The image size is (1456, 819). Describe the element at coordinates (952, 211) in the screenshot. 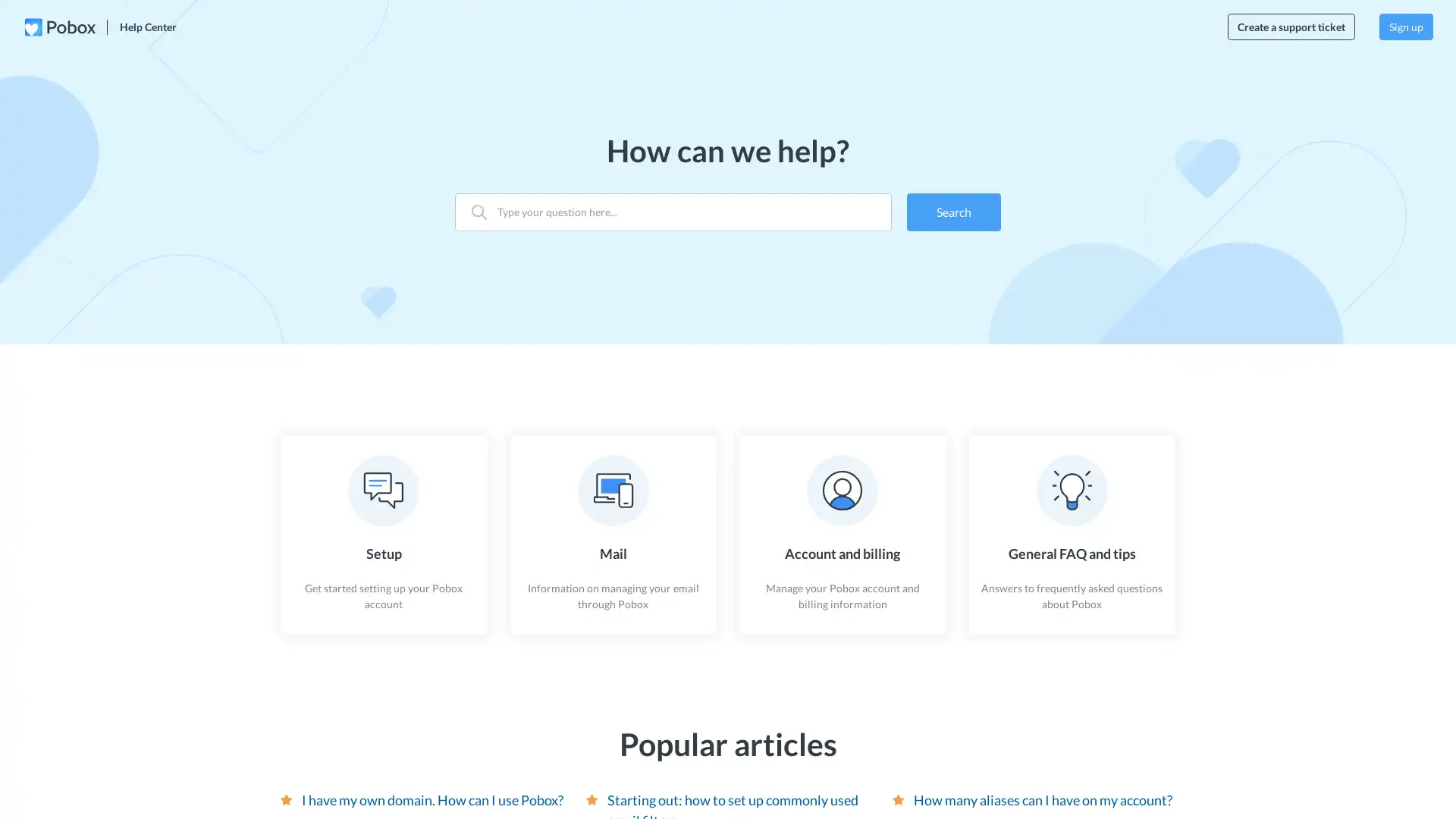

I see `Search` at that location.